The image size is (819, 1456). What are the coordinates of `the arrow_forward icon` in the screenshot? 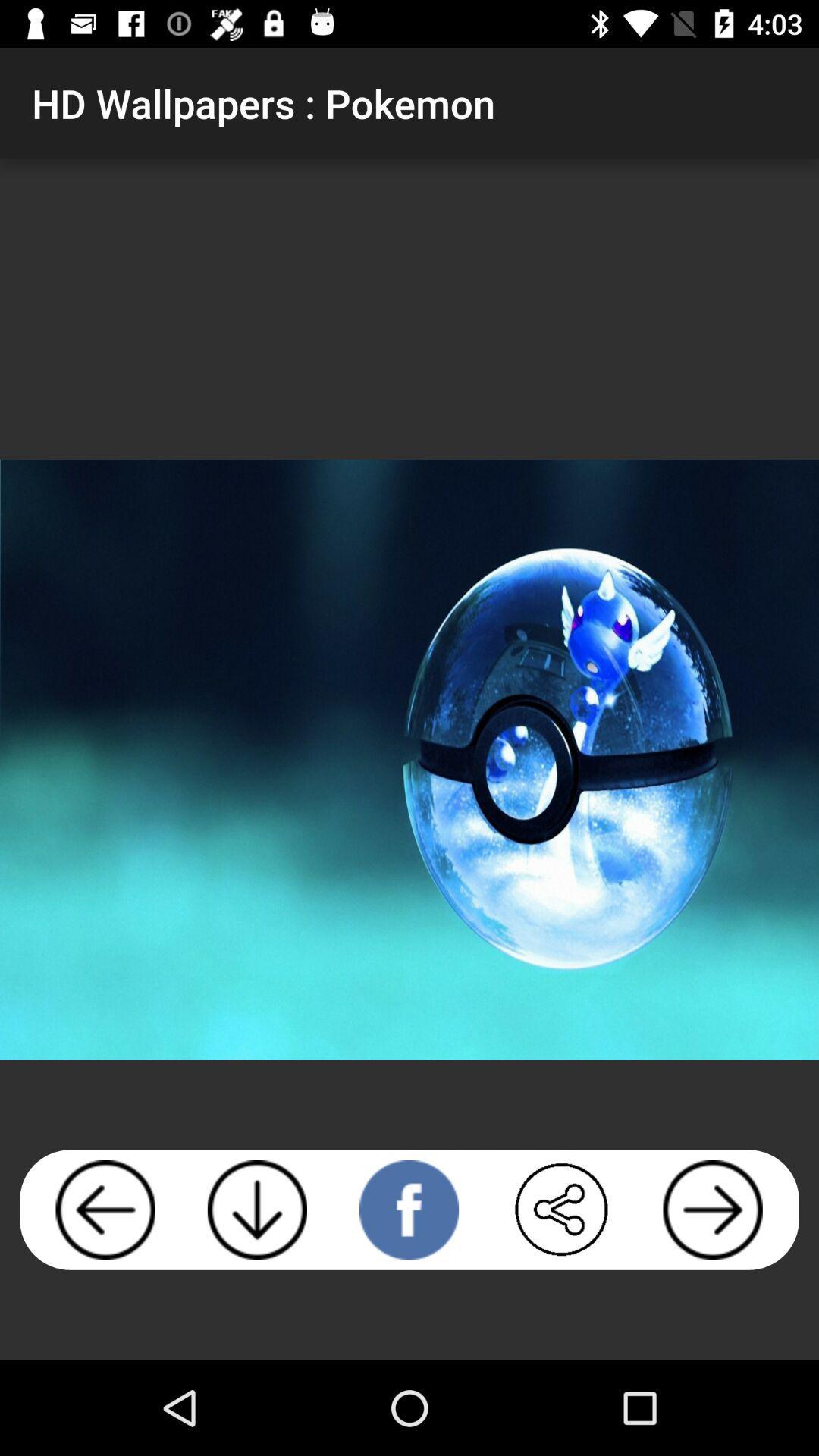 It's located at (713, 1209).